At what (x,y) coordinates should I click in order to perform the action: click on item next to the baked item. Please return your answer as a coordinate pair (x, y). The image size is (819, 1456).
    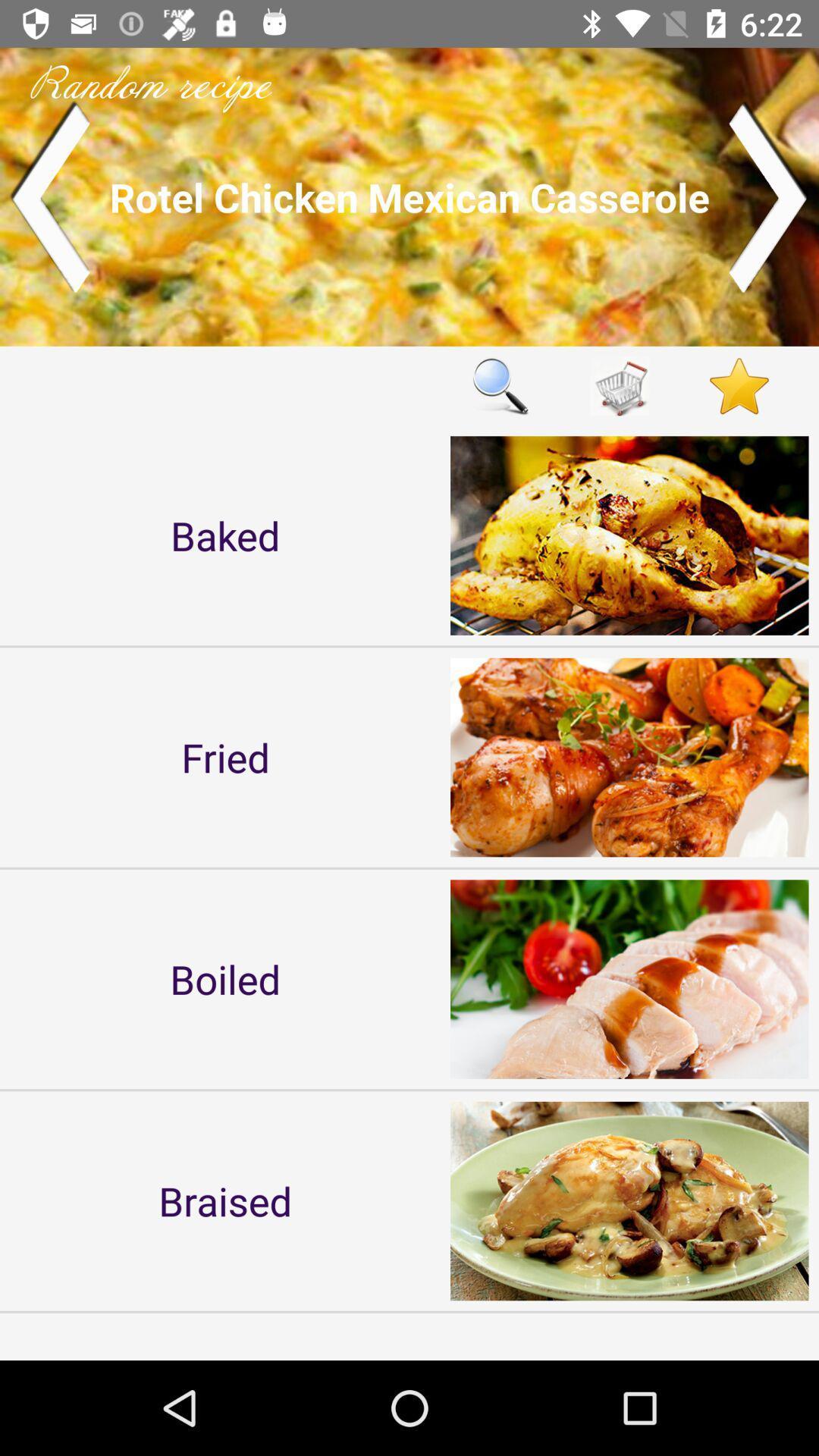
    Looking at the image, I should click on (500, 386).